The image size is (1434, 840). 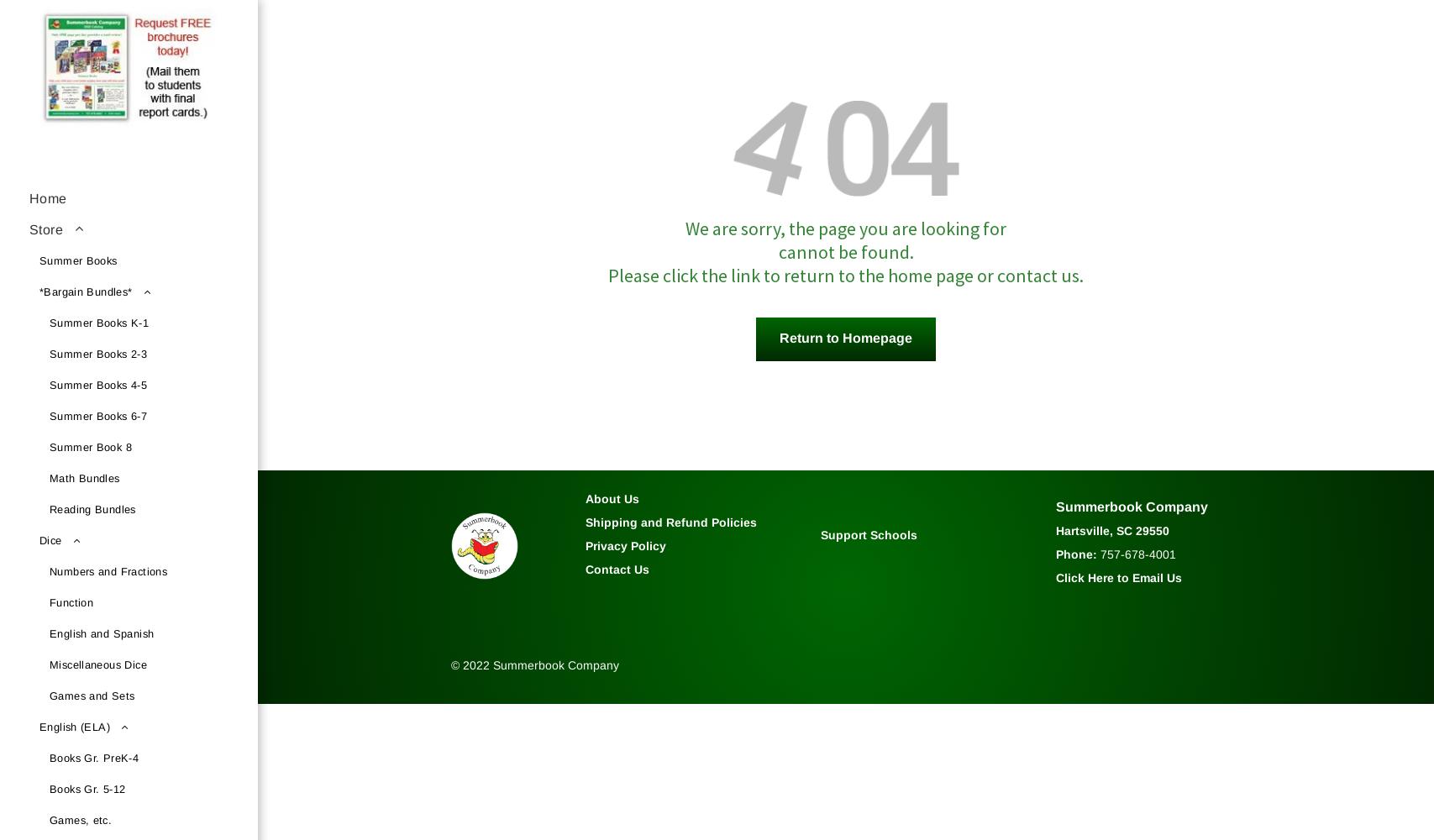 What do you see at coordinates (86, 291) in the screenshot?
I see `'*Bargain Bundles*'` at bounding box center [86, 291].